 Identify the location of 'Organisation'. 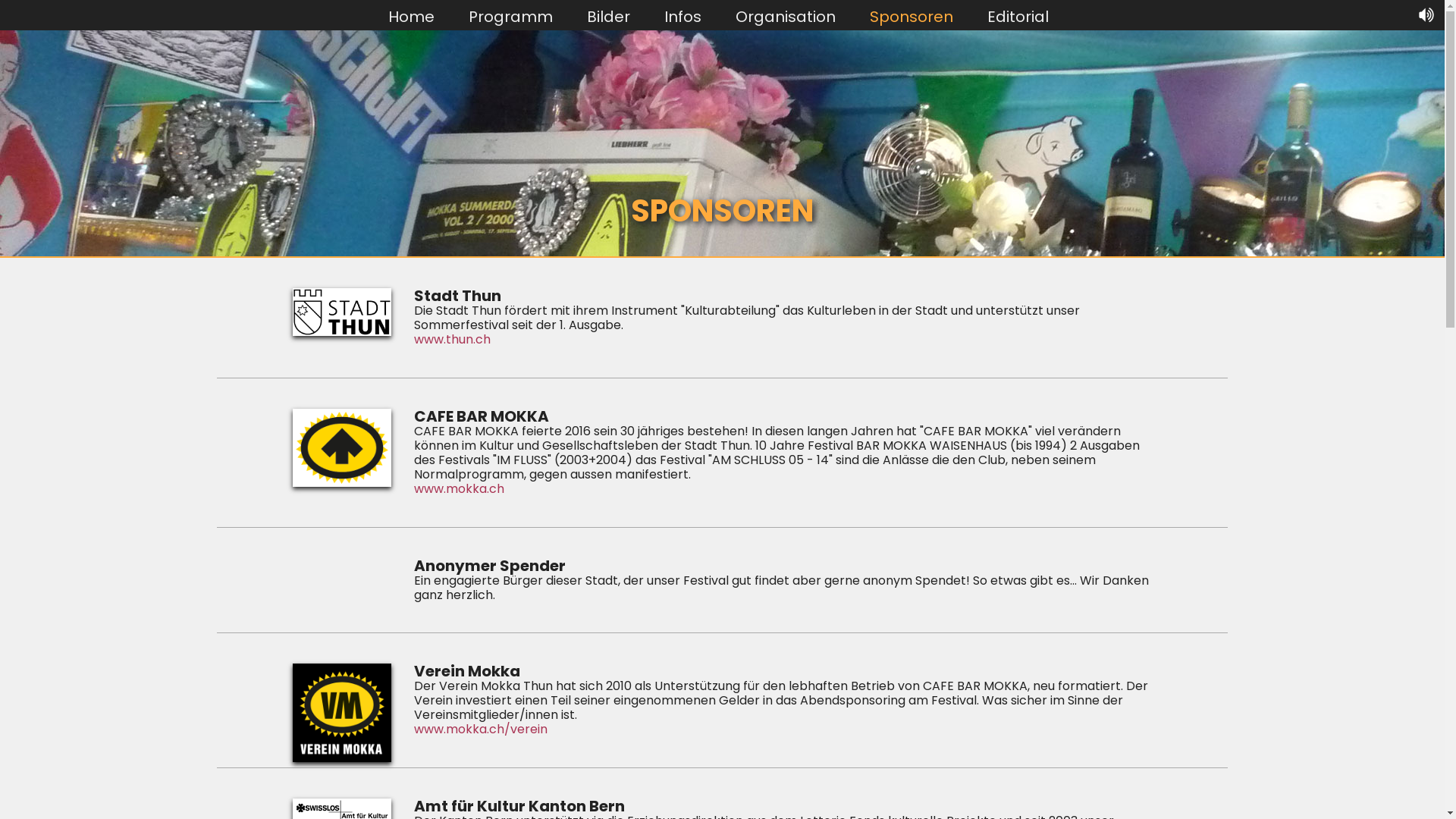
(786, 15).